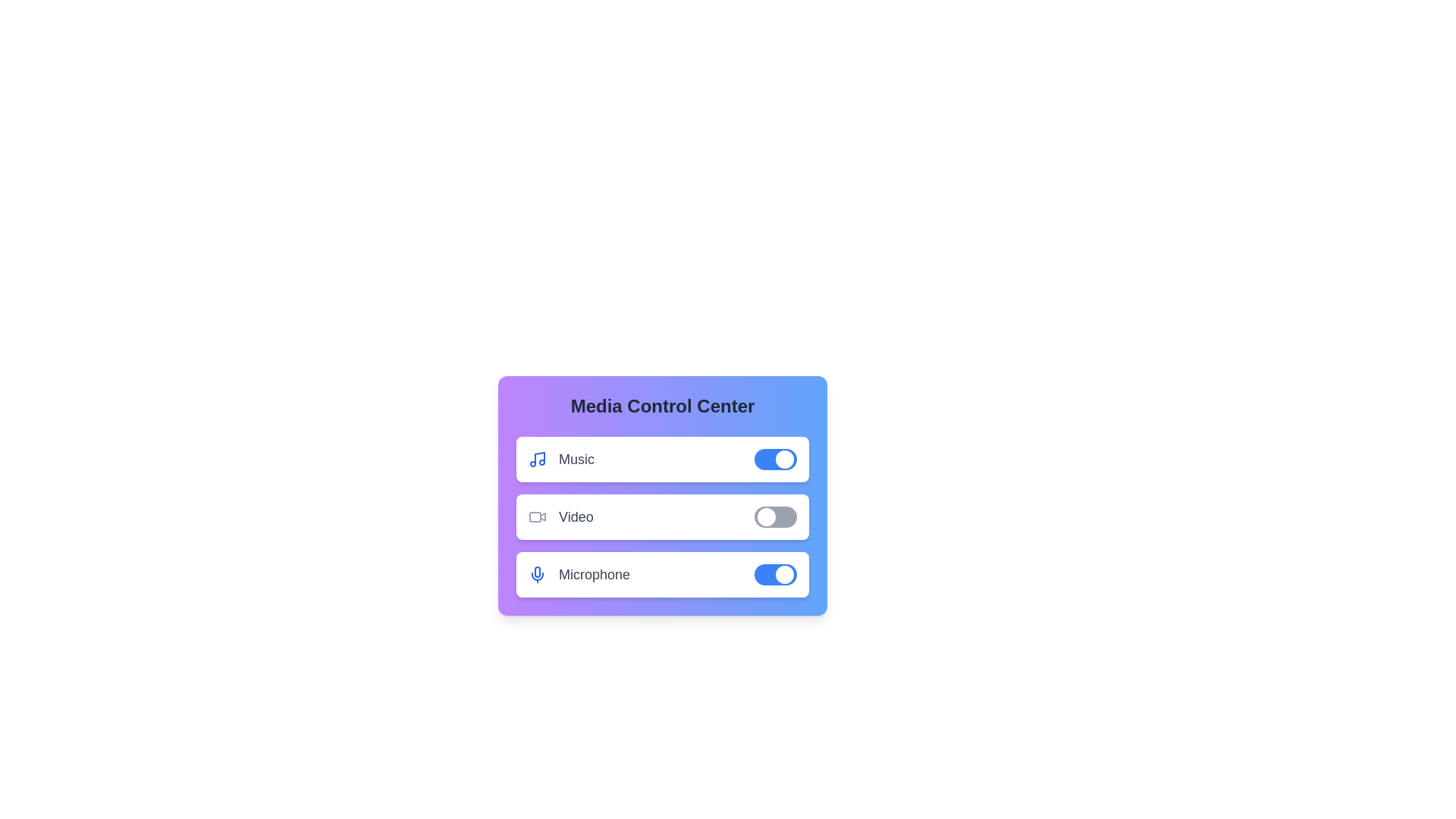 The image size is (1456, 819). I want to click on the icon representing the Video control, so click(538, 516).